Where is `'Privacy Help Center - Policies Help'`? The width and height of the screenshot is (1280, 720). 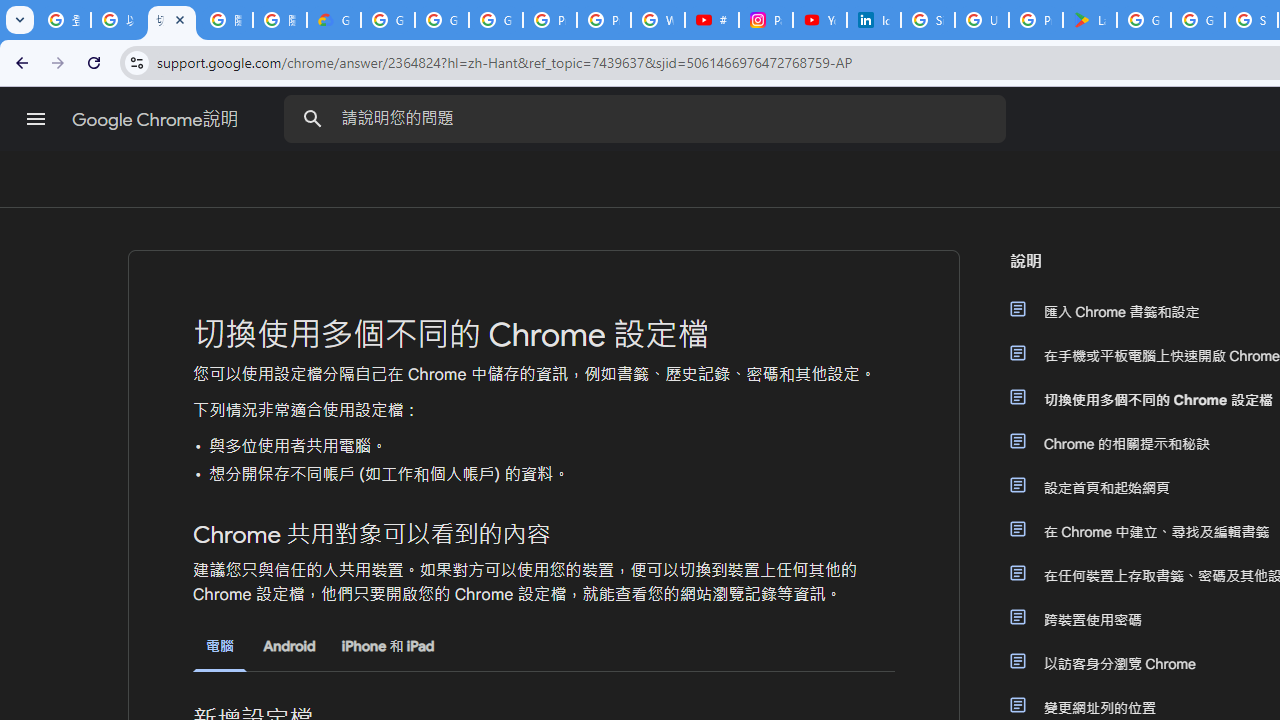 'Privacy Help Center - Policies Help' is located at coordinates (603, 20).